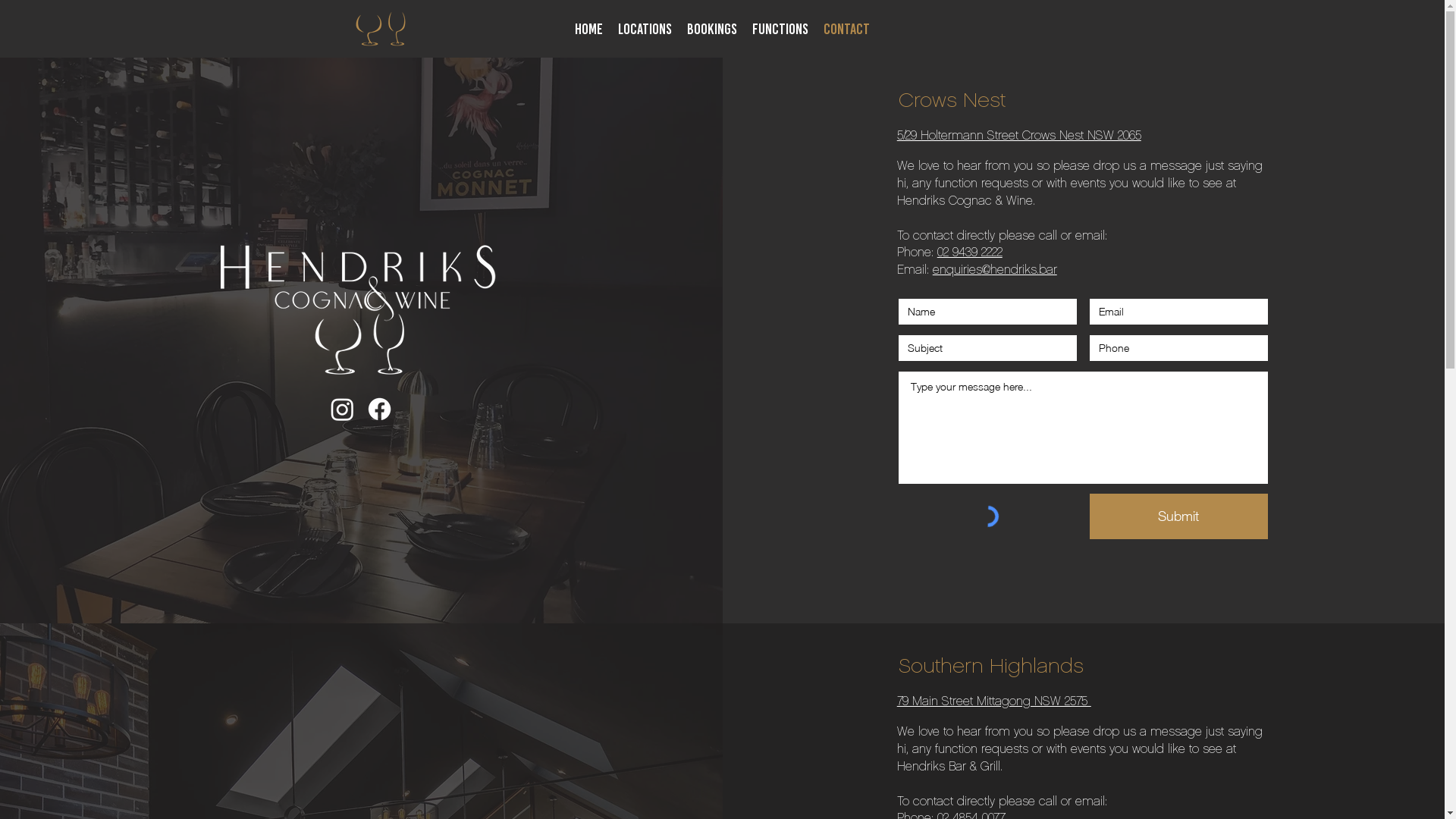  What do you see at coordinates (993, 701) in the screenshot?
I see `'79 Main Street Mittagong NSW 2575 '` at bounding box center [993, 701].